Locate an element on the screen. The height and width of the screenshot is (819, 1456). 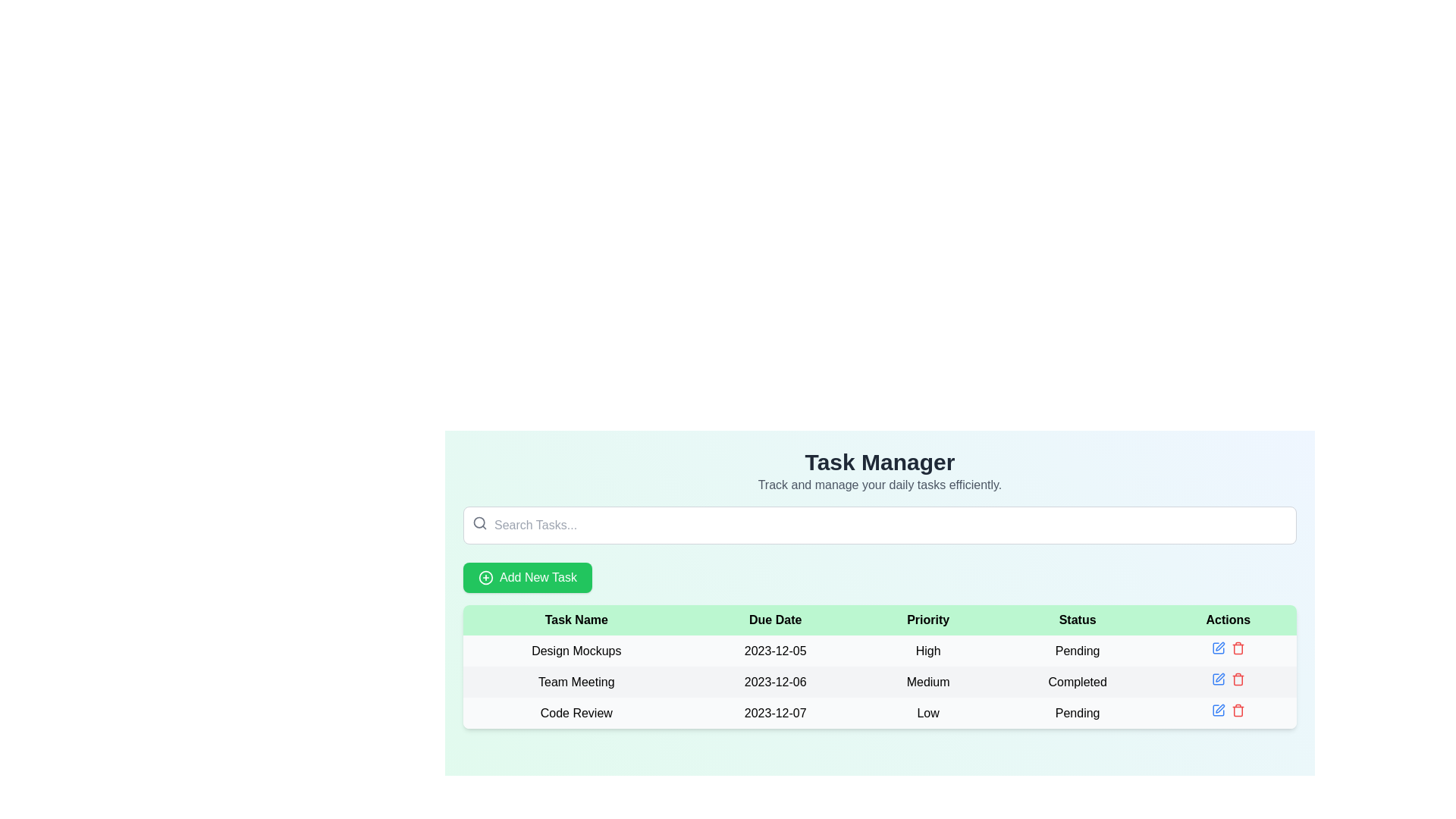
the 'Pending' label displayed in bold within the 'Status' column of the table, located in the third row corresponding to the task 'Code Review' is located at coordinates (1077, 713).